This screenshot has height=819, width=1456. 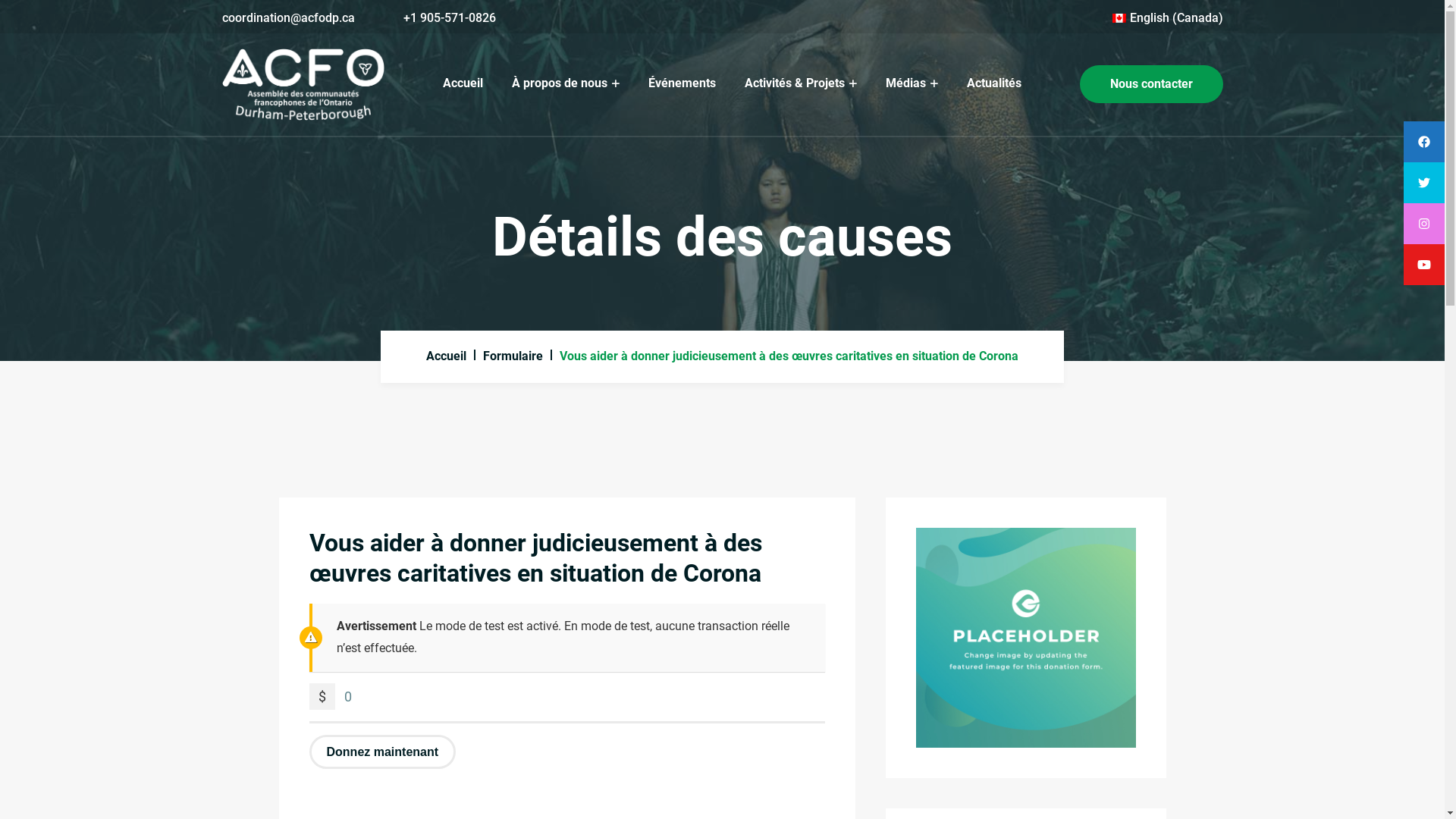 What do you see at coordinates (1111, 17) in the screenshot?
I see `'English (Canada)'` at bounding box center [1111, 17].